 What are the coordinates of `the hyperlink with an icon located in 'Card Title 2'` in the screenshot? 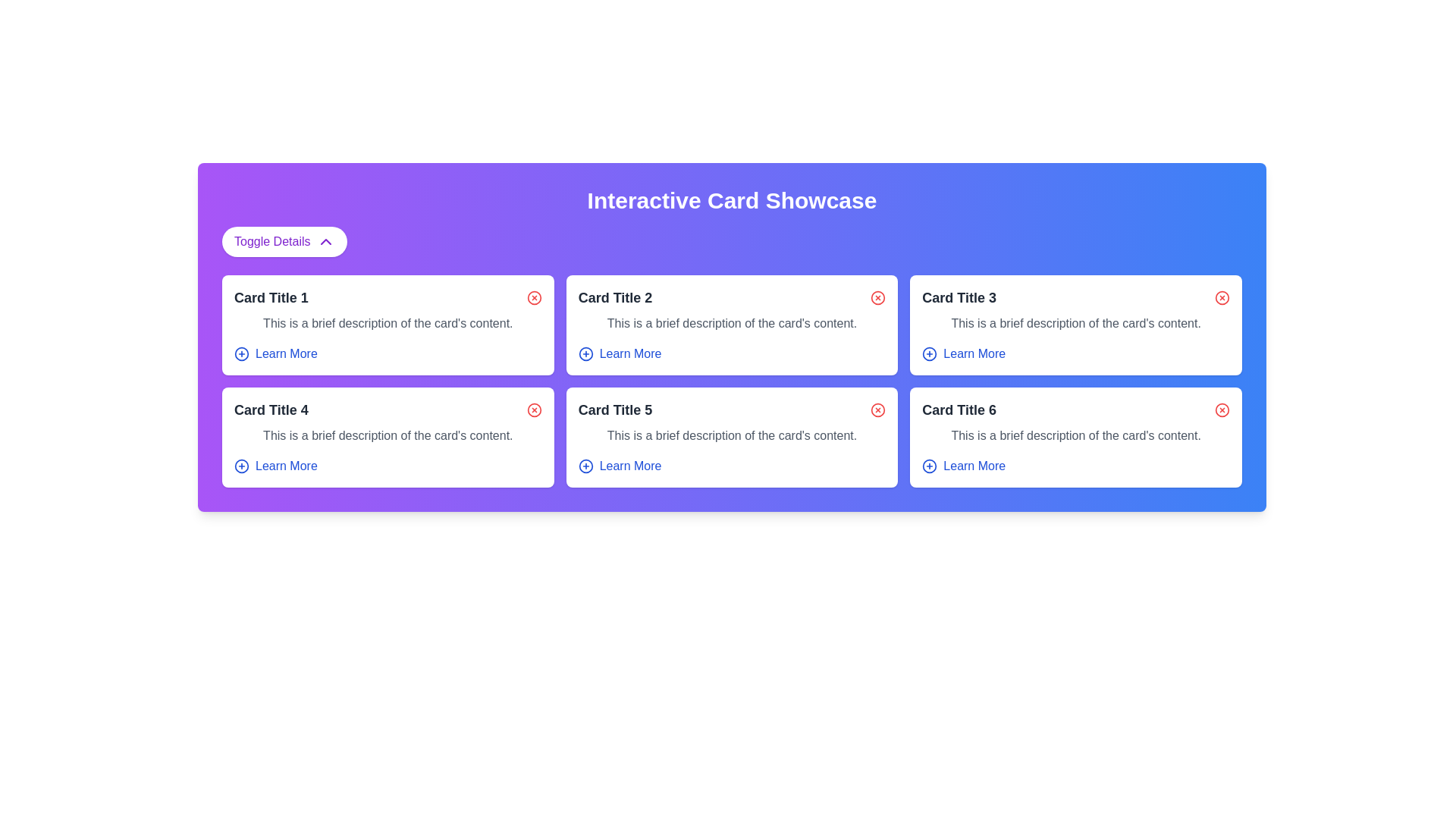 It's located at (620, 353).